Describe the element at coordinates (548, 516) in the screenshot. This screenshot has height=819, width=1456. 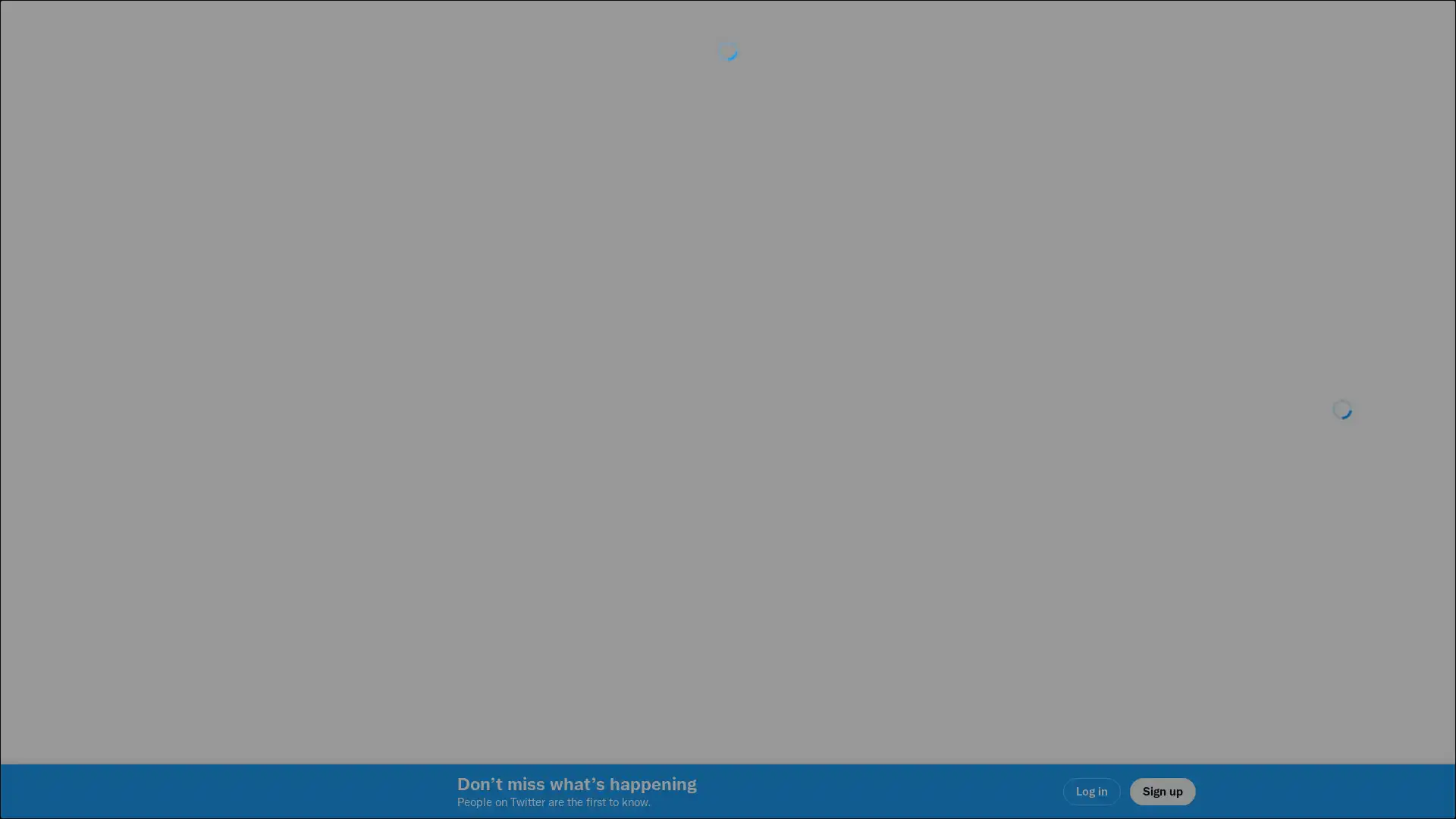
I see `Sign up` at that location.